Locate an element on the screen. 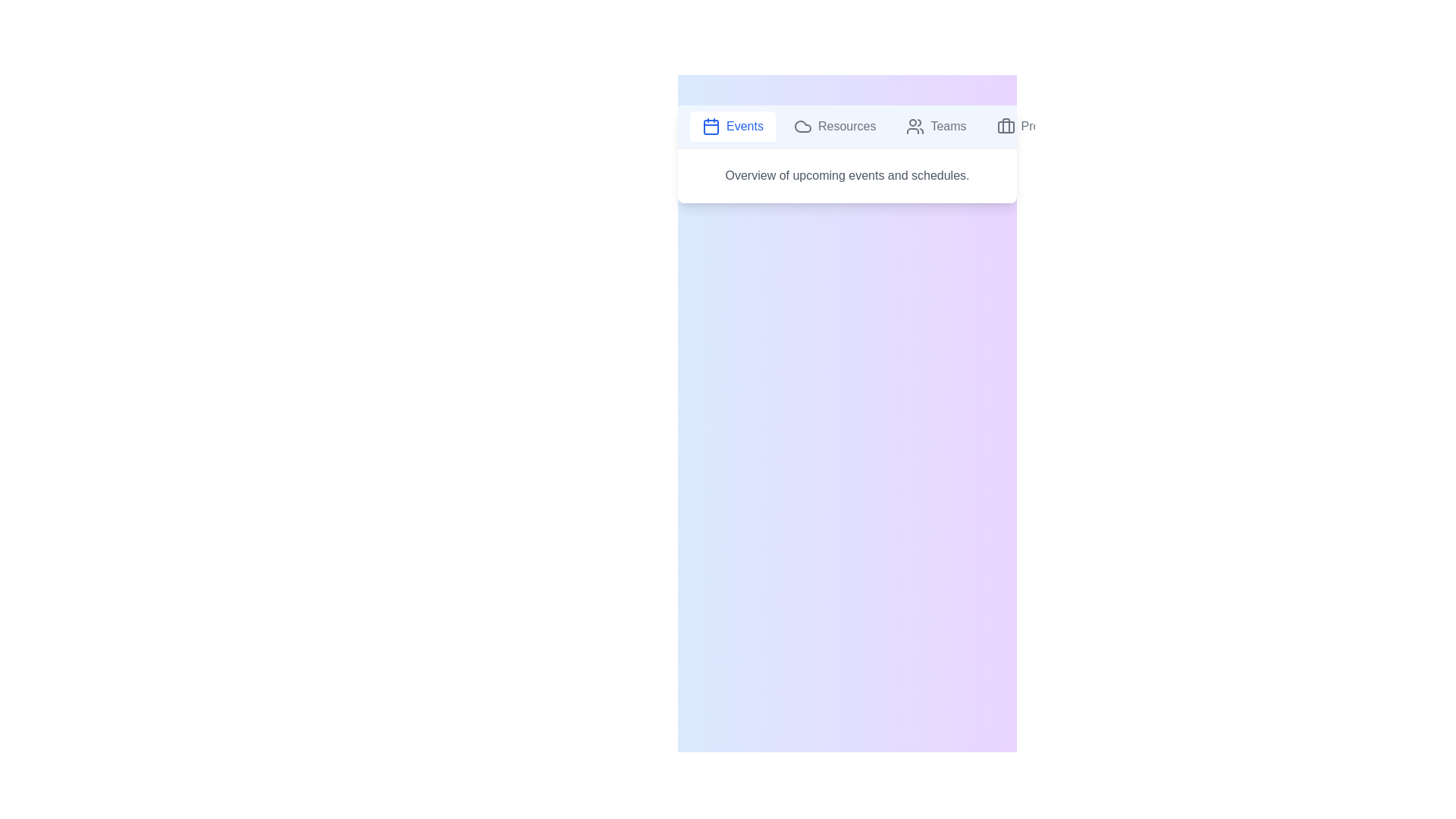  the tab labeled Events to view its content is located at coordinates (732, 125).